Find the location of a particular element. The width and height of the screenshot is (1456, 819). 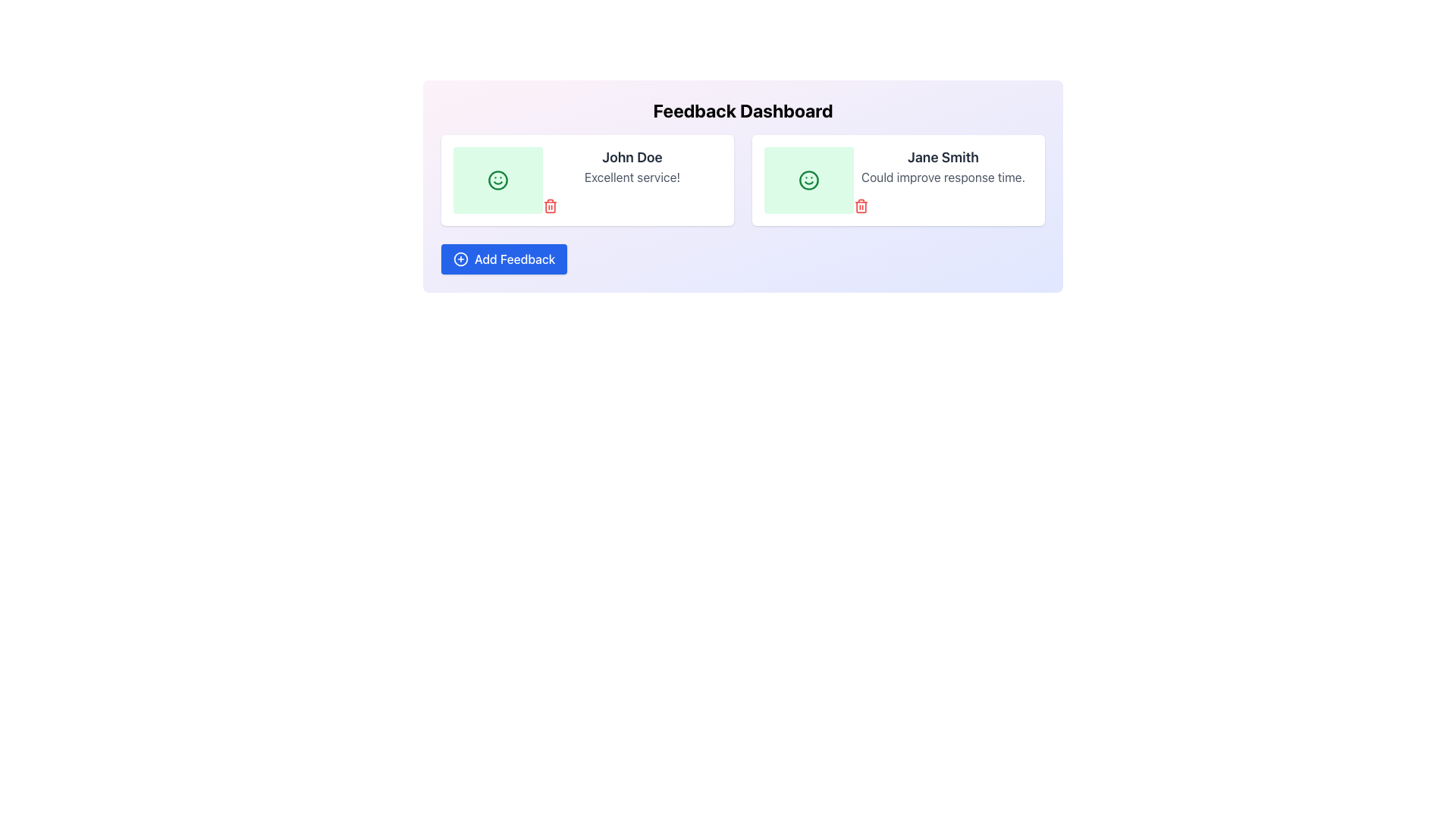

the smiley-face icon representing positive feedback within the second feedback card of the feedback dashboard interface is located at coordinates (808, 180).